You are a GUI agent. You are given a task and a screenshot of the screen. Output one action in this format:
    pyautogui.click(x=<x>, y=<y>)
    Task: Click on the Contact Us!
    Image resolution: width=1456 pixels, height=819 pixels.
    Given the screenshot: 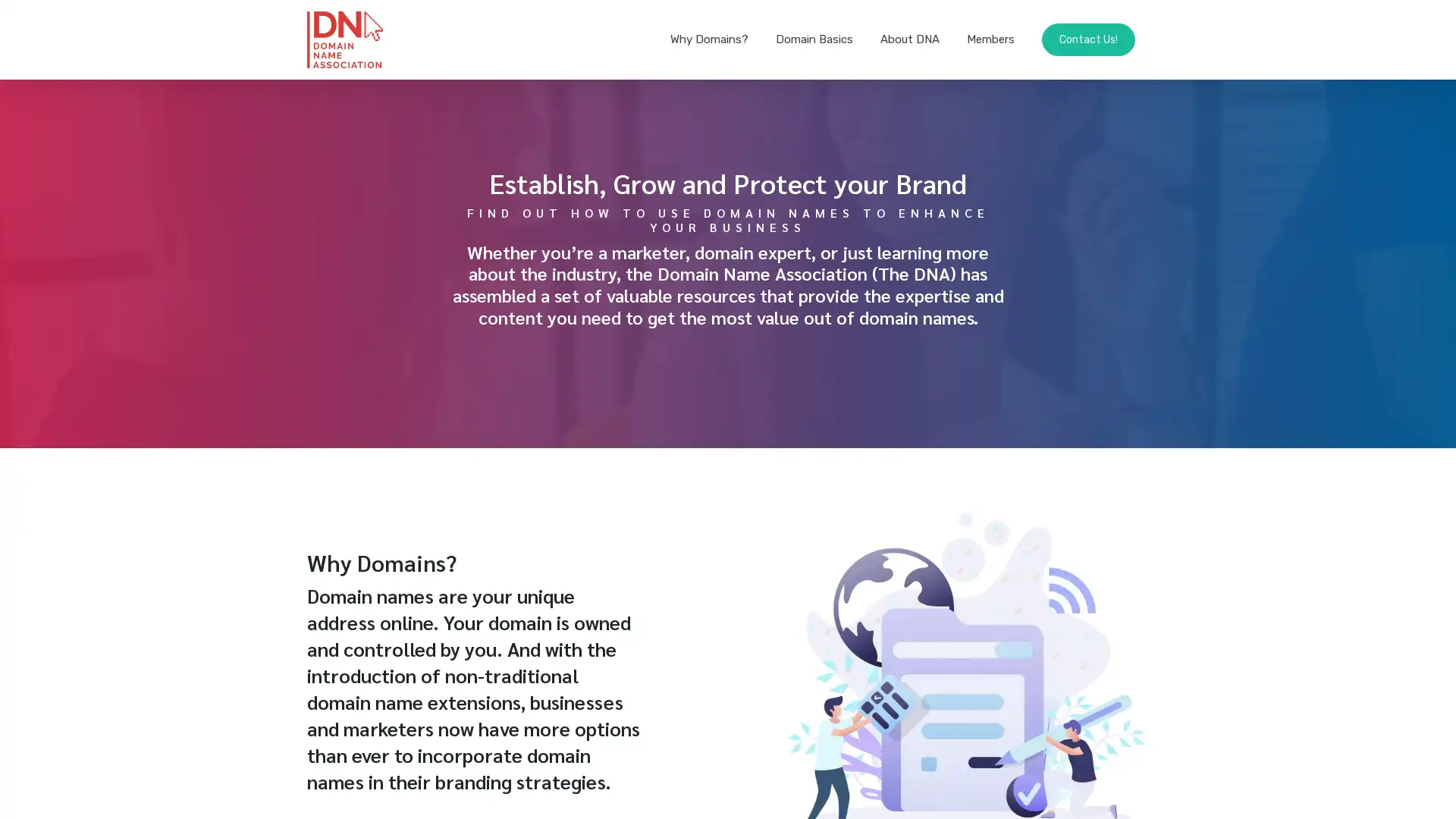 What is the action you would take?
    pyautogui.click(x=1087, y=39)
    